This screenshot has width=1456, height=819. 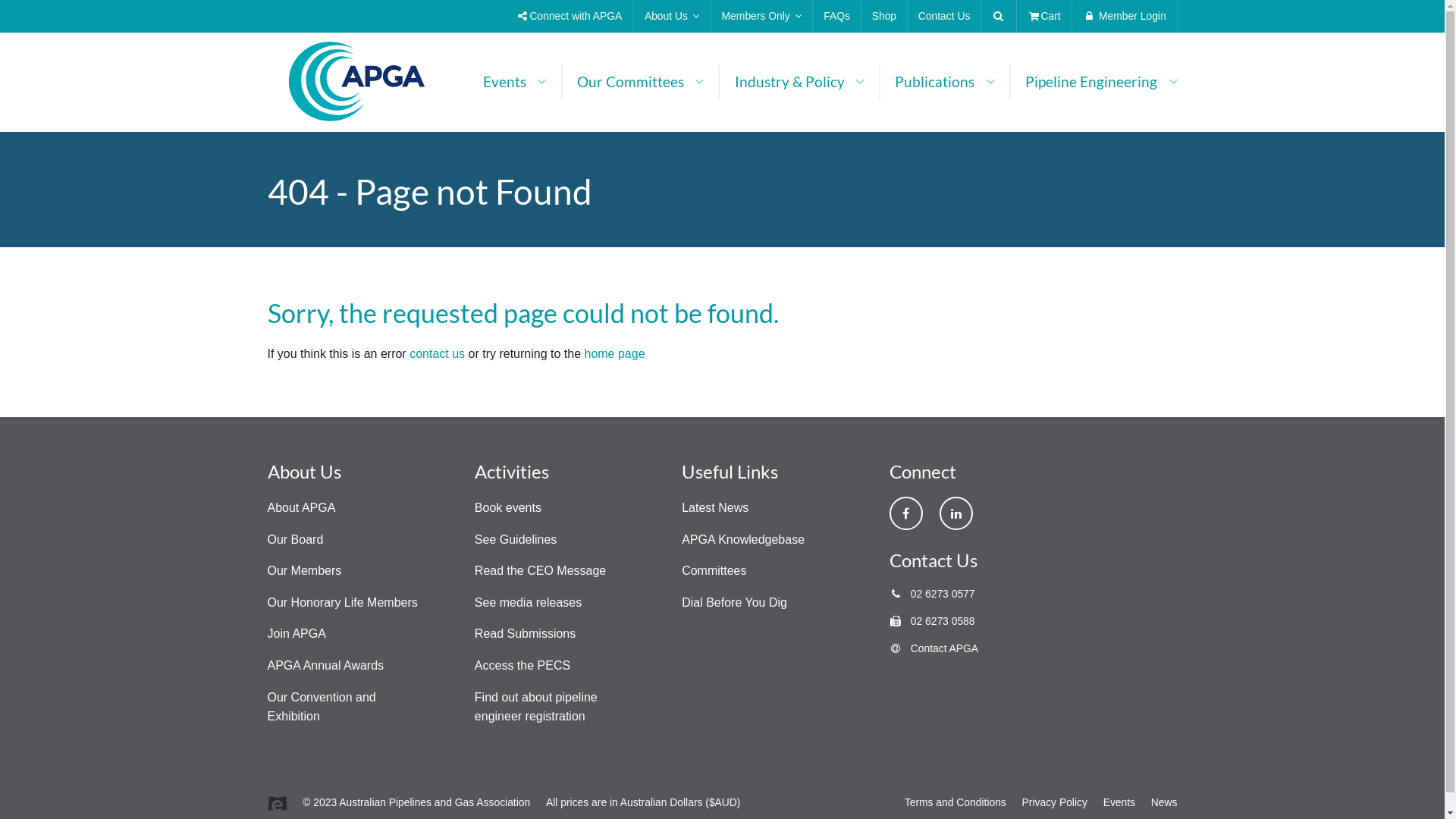 What do you see at coordinates (944, 82) in the screenshot?
I see `'Publications'` at bounding box center [944, 82].